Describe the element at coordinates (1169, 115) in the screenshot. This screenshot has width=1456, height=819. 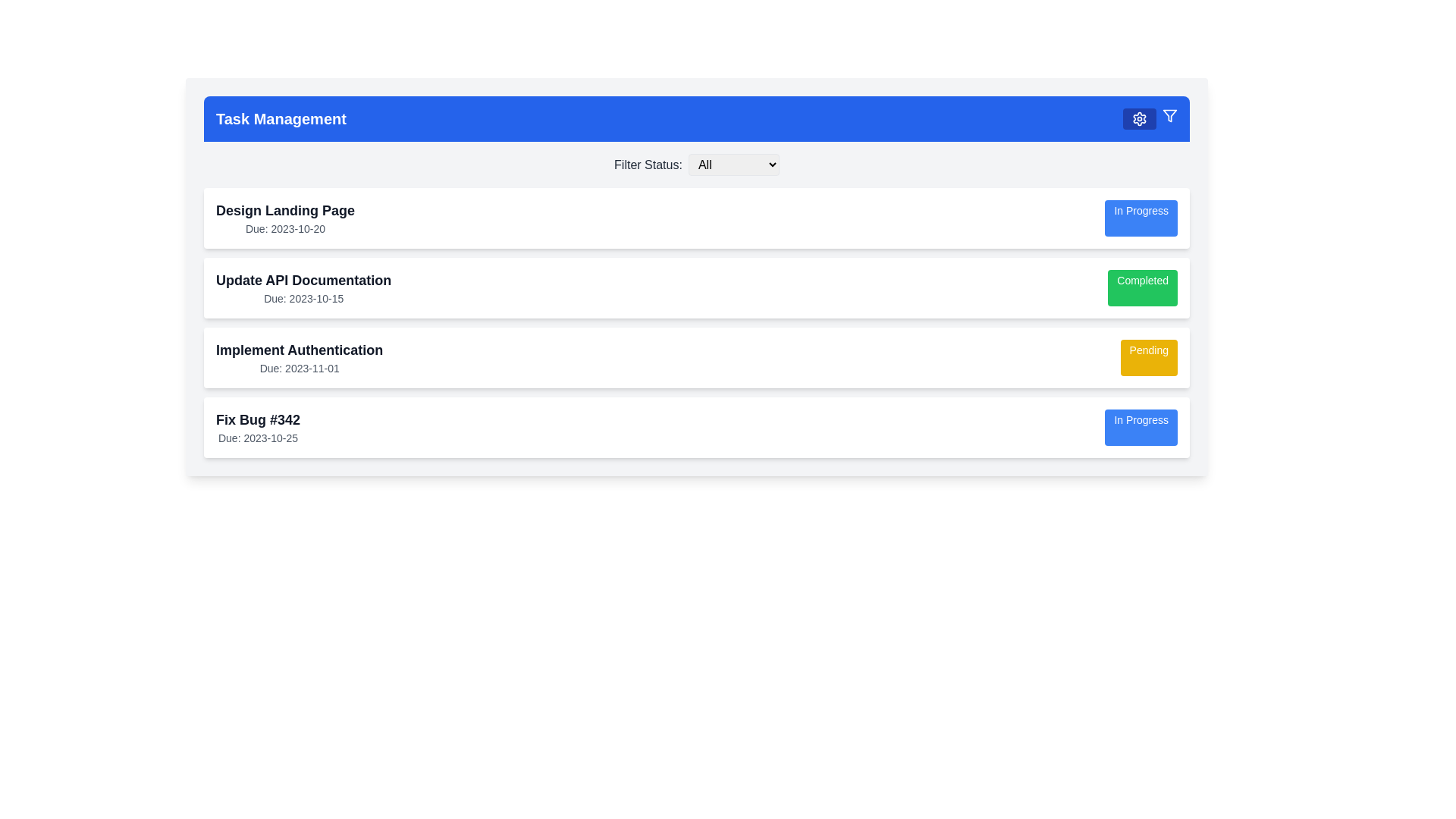
I see `the funnel icon located in the top-right corner of the blue header bar` at that location.